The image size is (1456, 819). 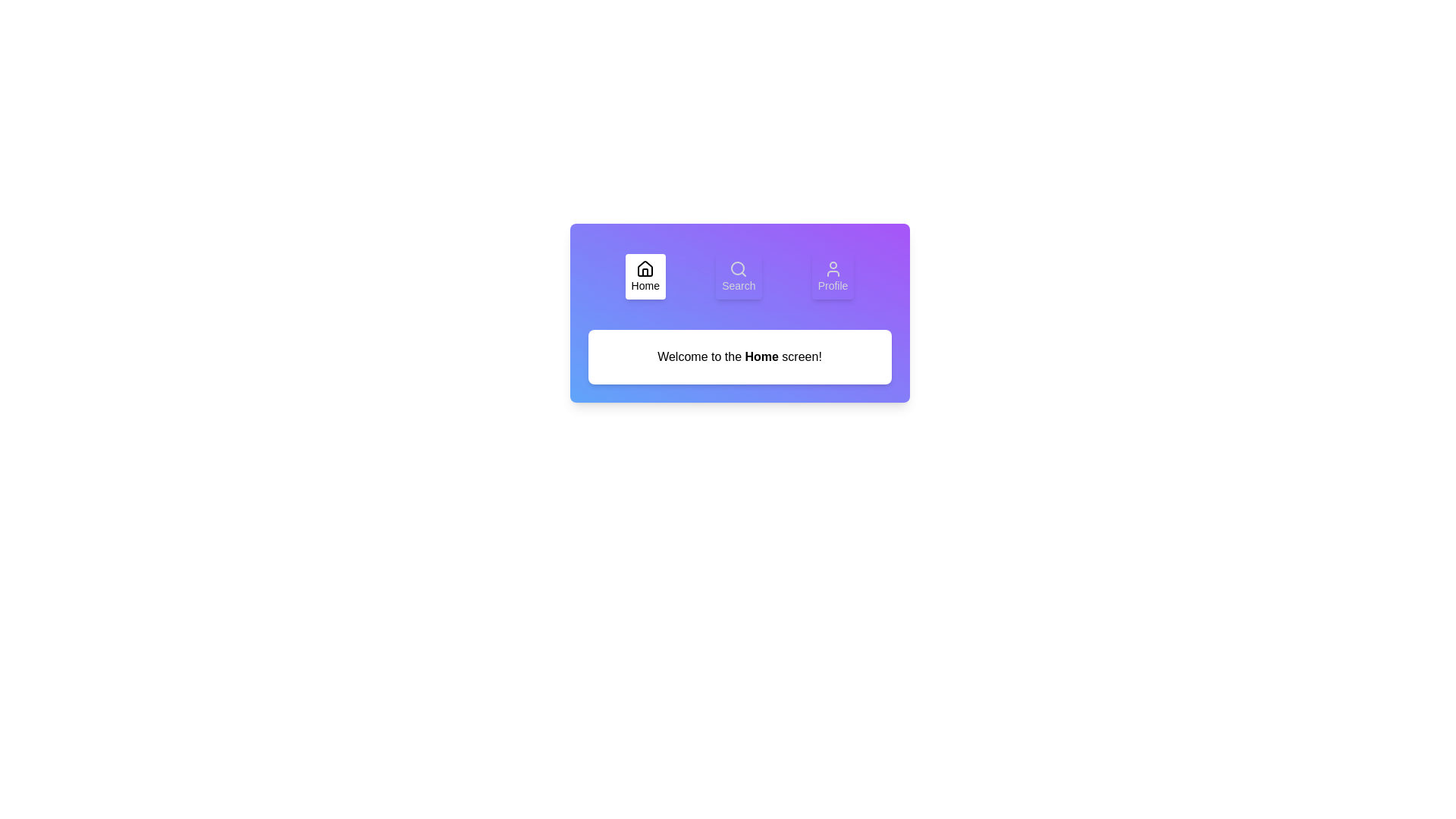 I want to click on the 'Search' button, which is the second button in a group of three, featuring a magnifying glass icon and a gray background, so click(x=739, y=277).